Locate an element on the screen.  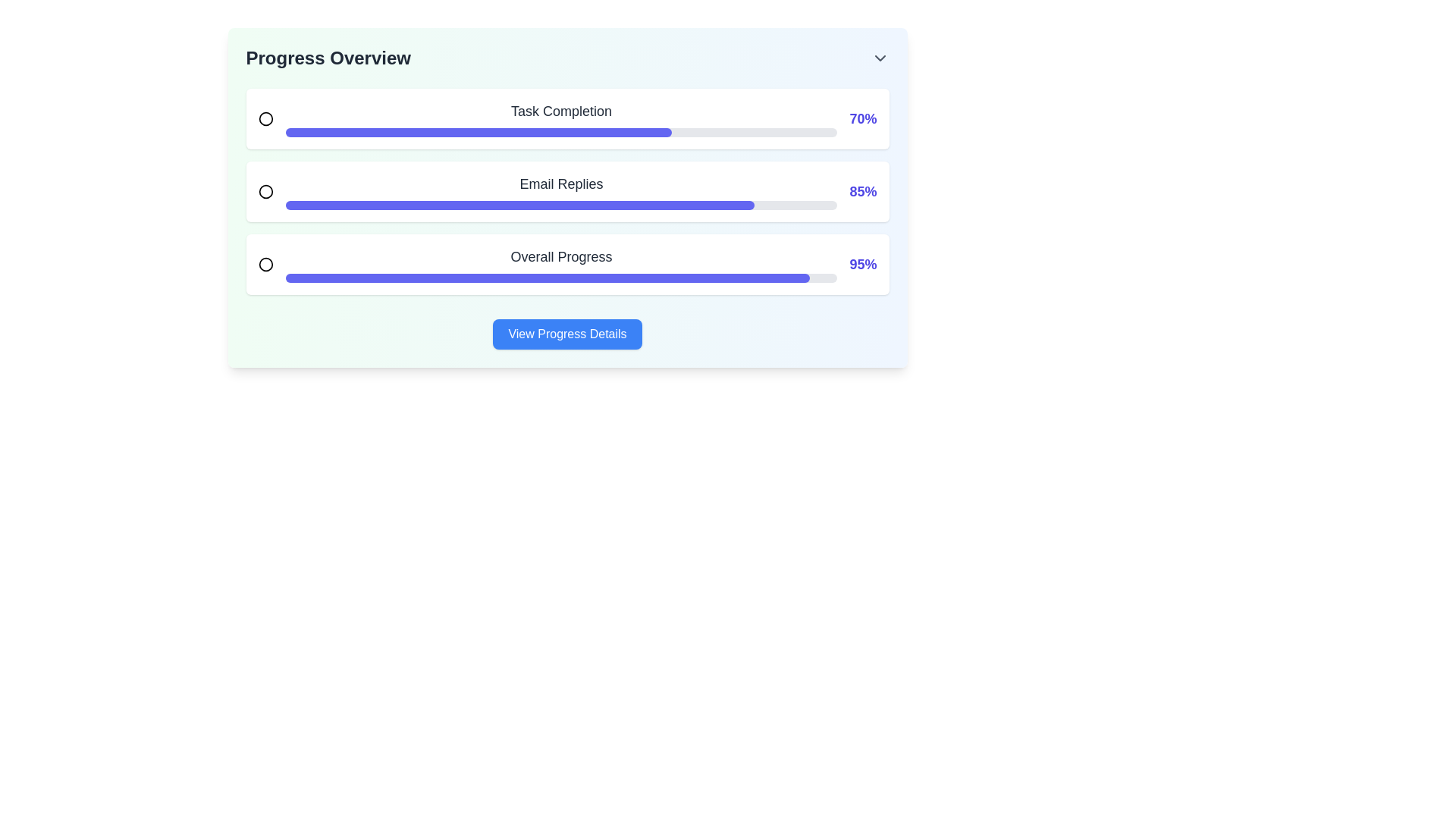
the progress bar with a light gray background and indigo filled portion, representing 70% progress, located beneath the 'Task Completion' label is located at coordinates (560, 131).